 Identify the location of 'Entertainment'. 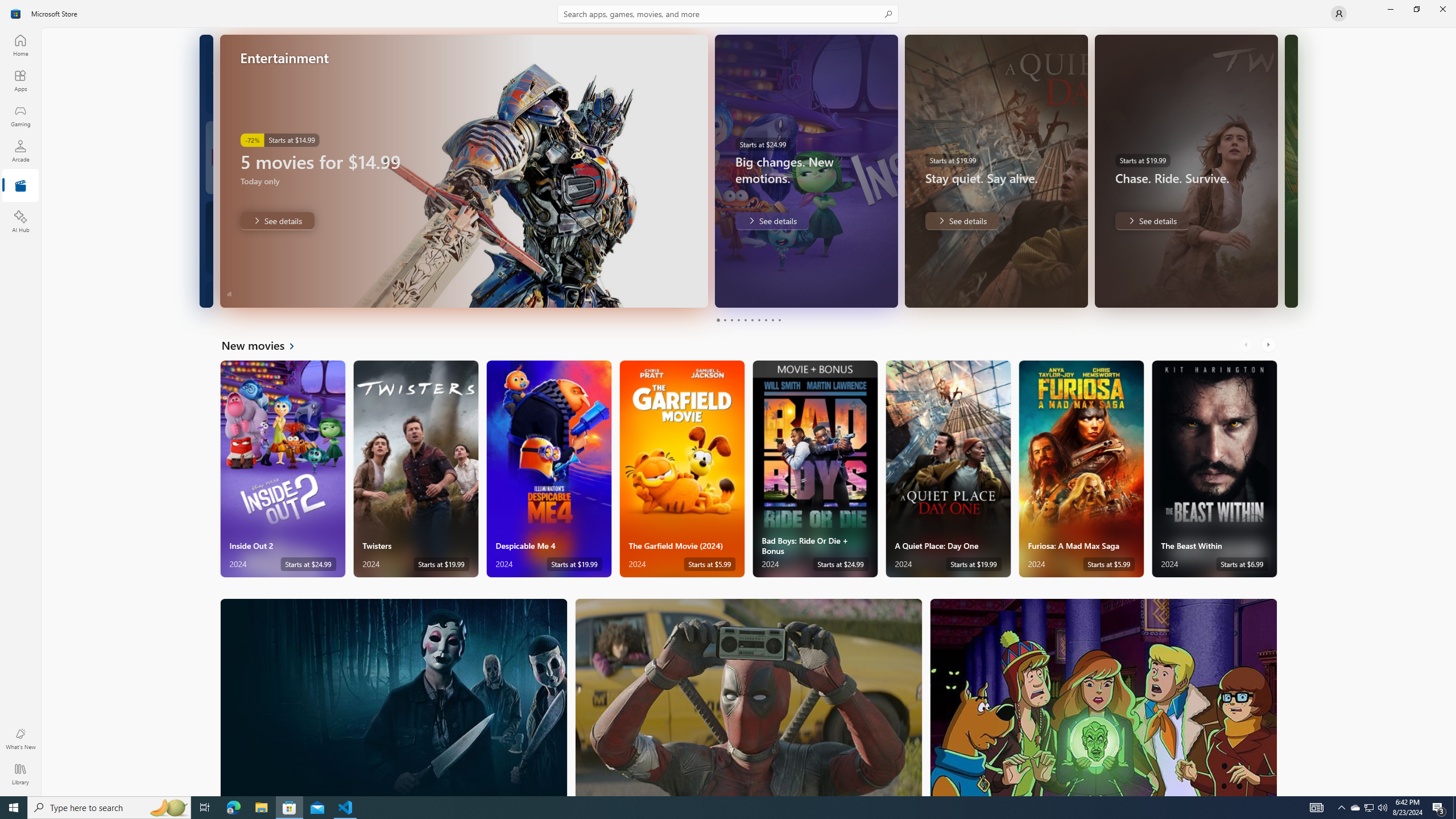
(19, 185).